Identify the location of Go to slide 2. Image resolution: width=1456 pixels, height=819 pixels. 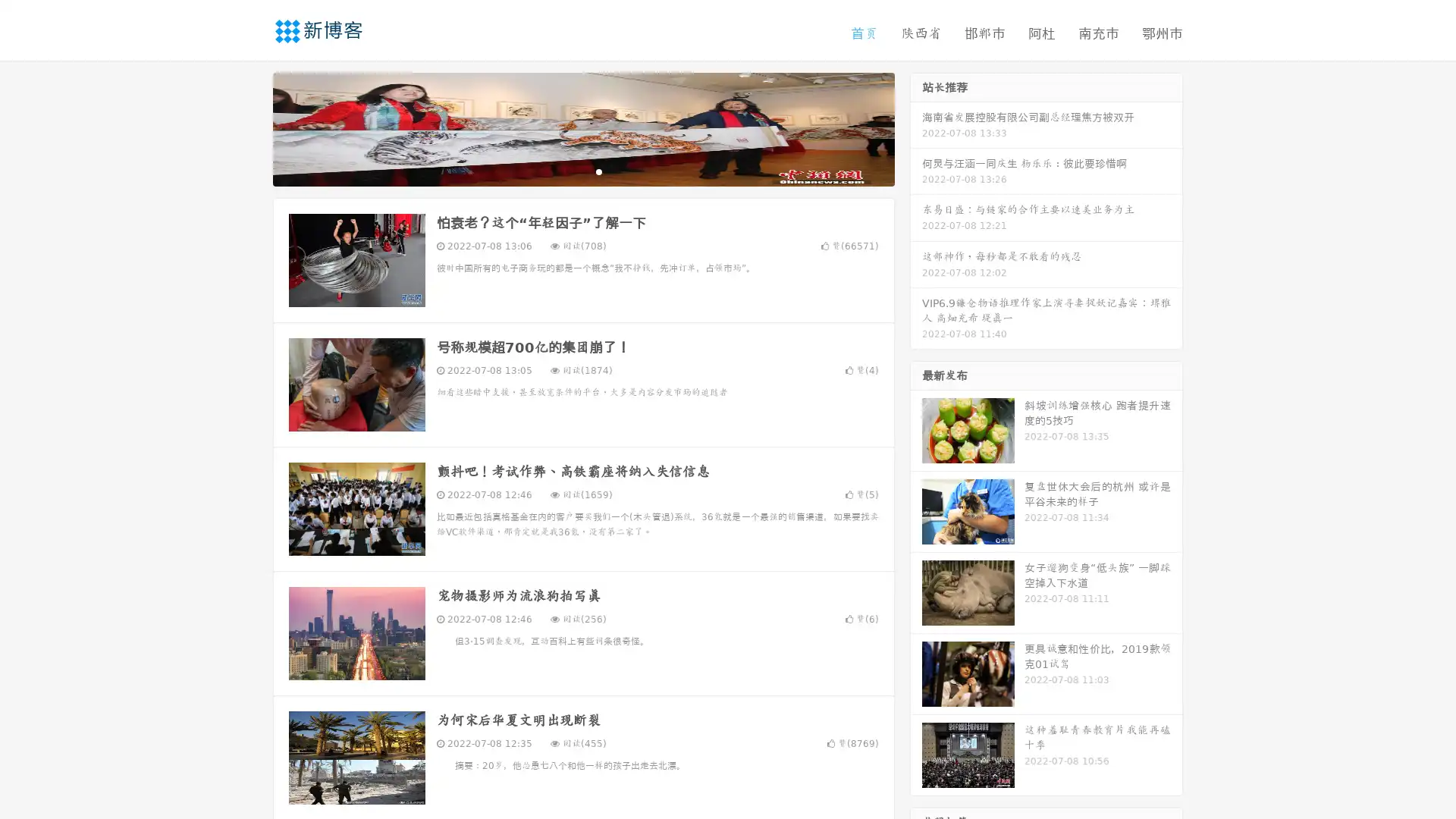
(582, 171).